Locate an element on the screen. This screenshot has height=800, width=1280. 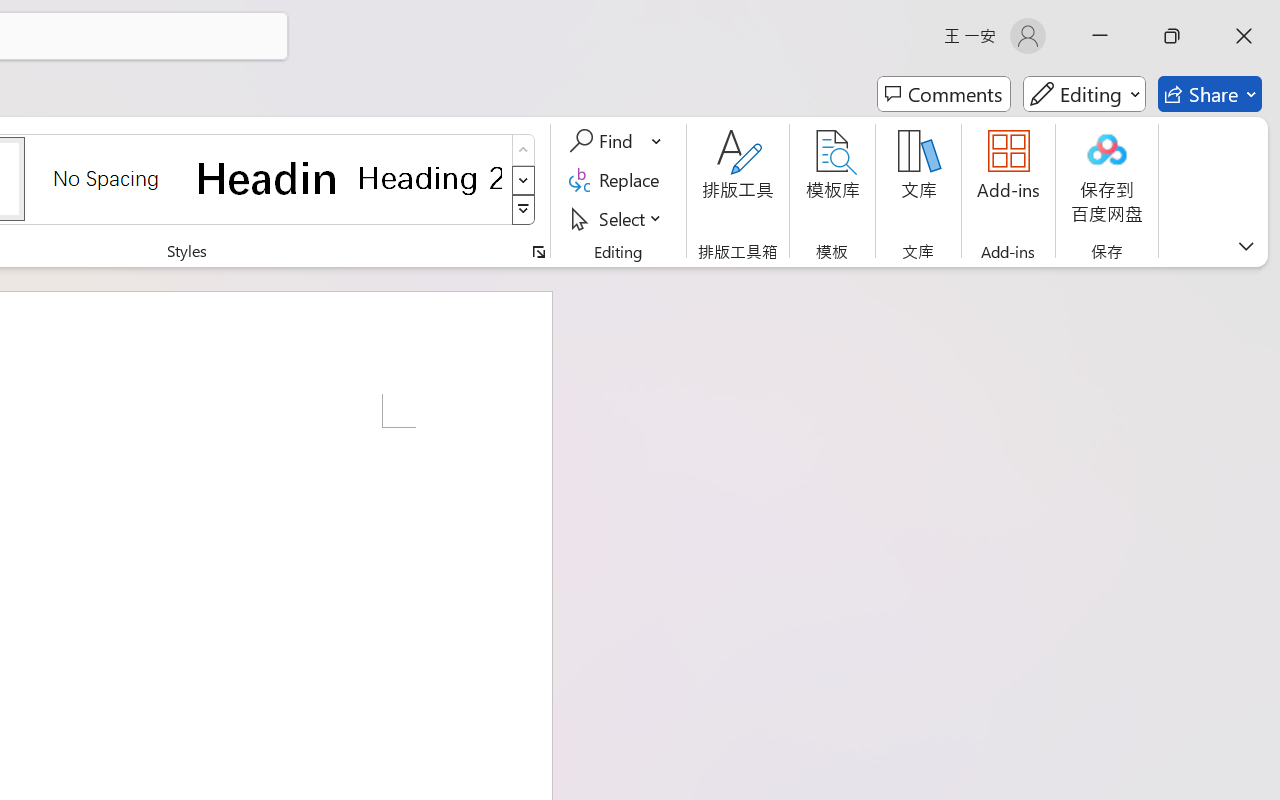
'Select' is located at coordinates (617, 218).